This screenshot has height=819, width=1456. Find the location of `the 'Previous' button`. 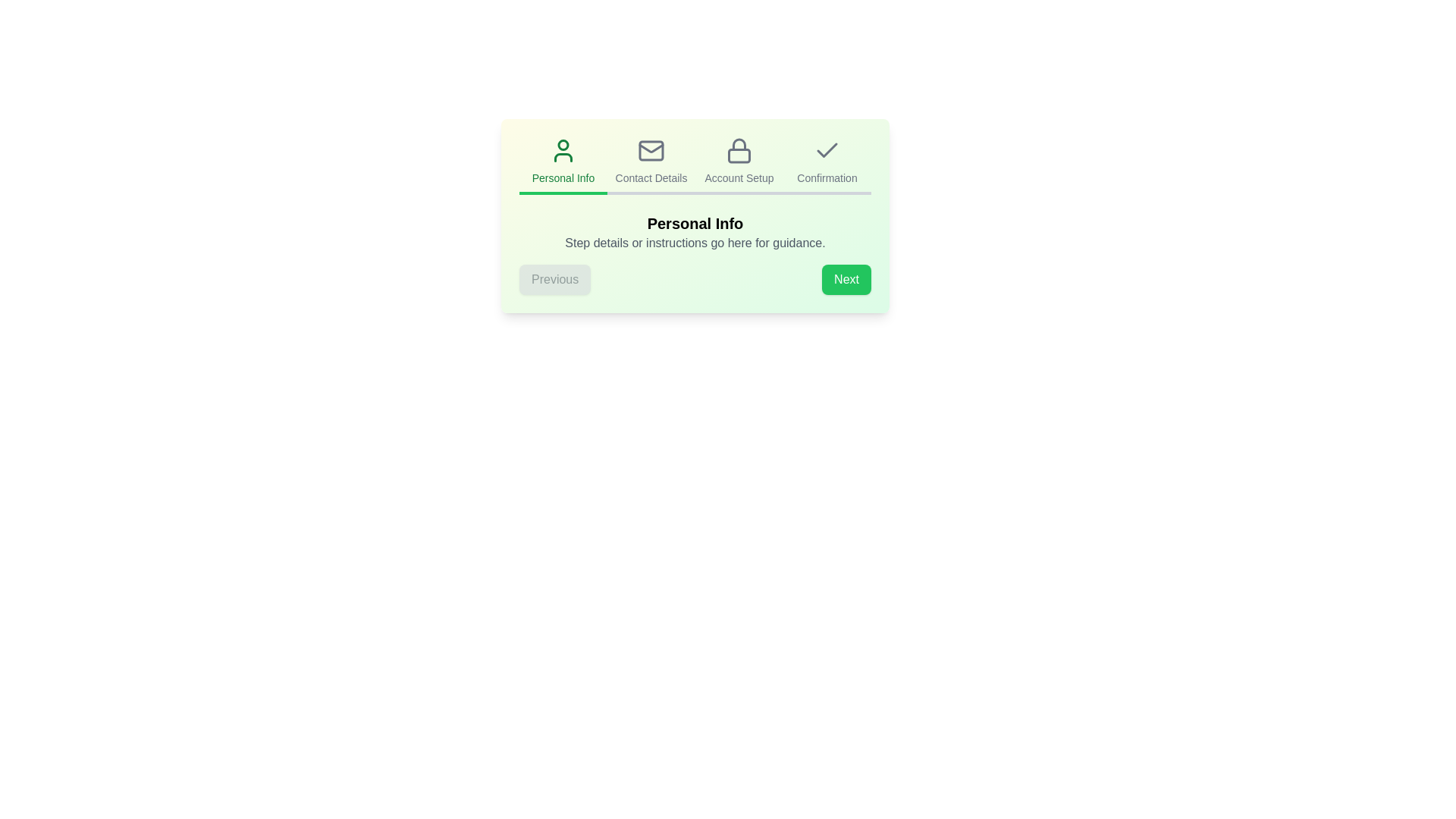

the 'Previous' button is located at coordinates (554, 280).